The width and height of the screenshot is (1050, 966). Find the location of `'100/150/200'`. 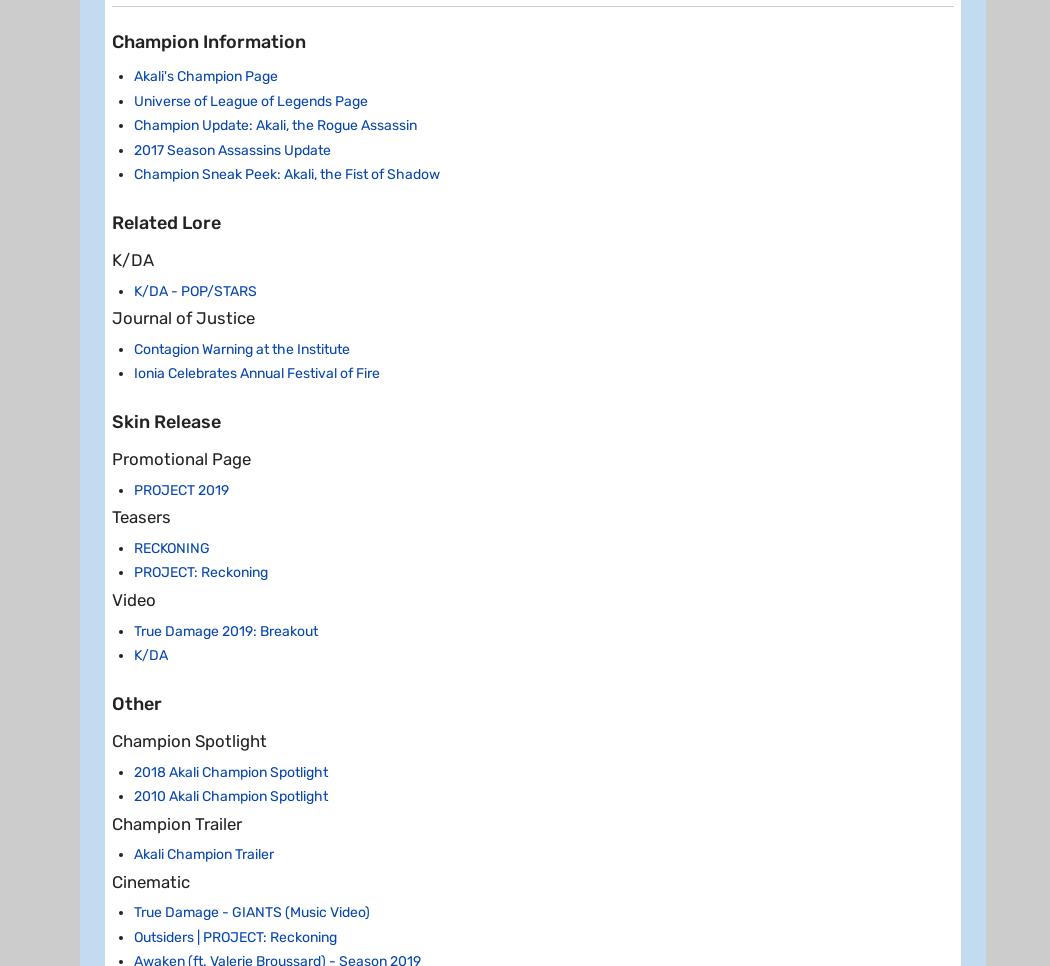

'100/150/200' is located at coordinates (336, 154).